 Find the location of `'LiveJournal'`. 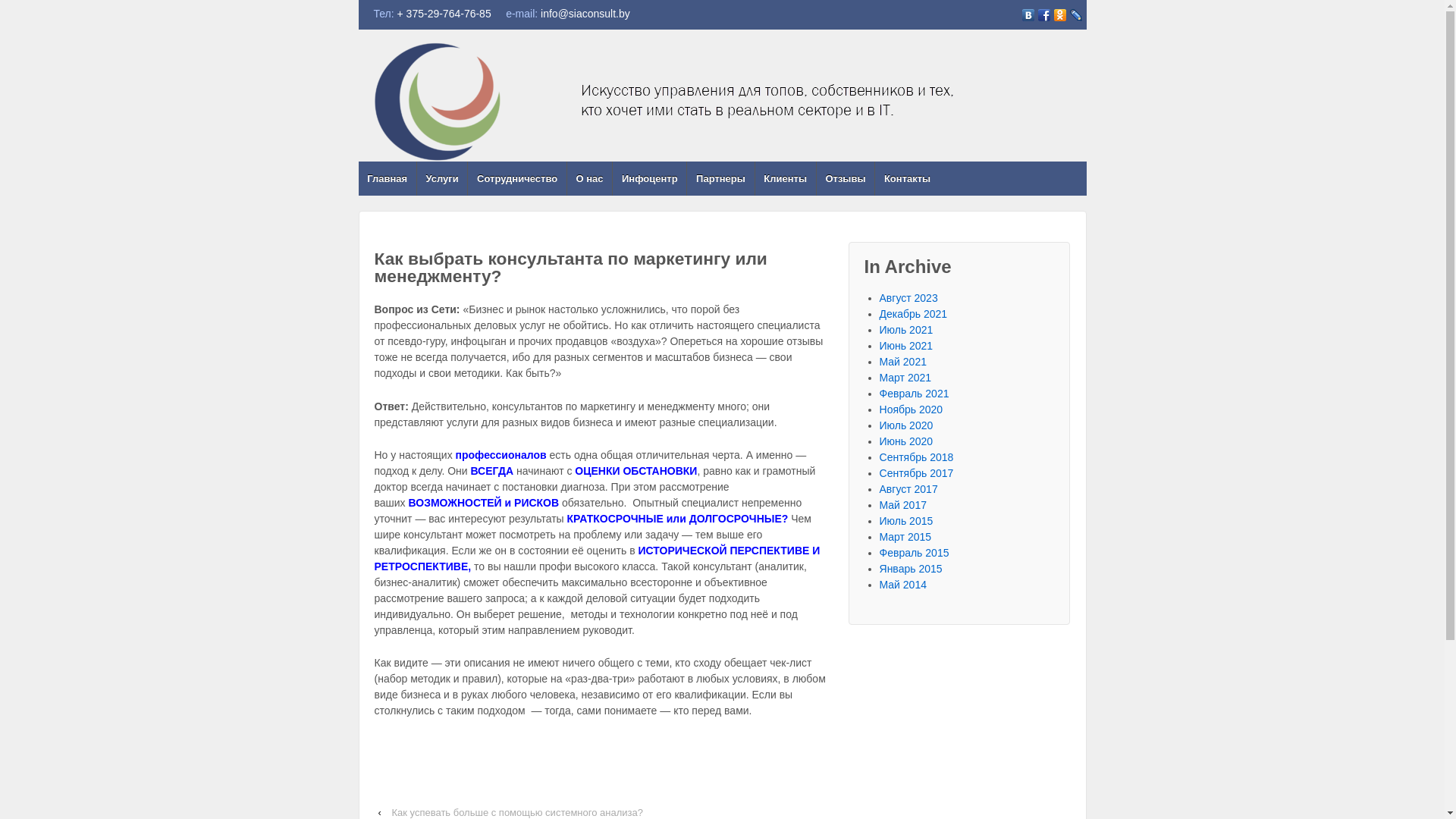

'LiveJournal' is located at coordinates (1075, 14).